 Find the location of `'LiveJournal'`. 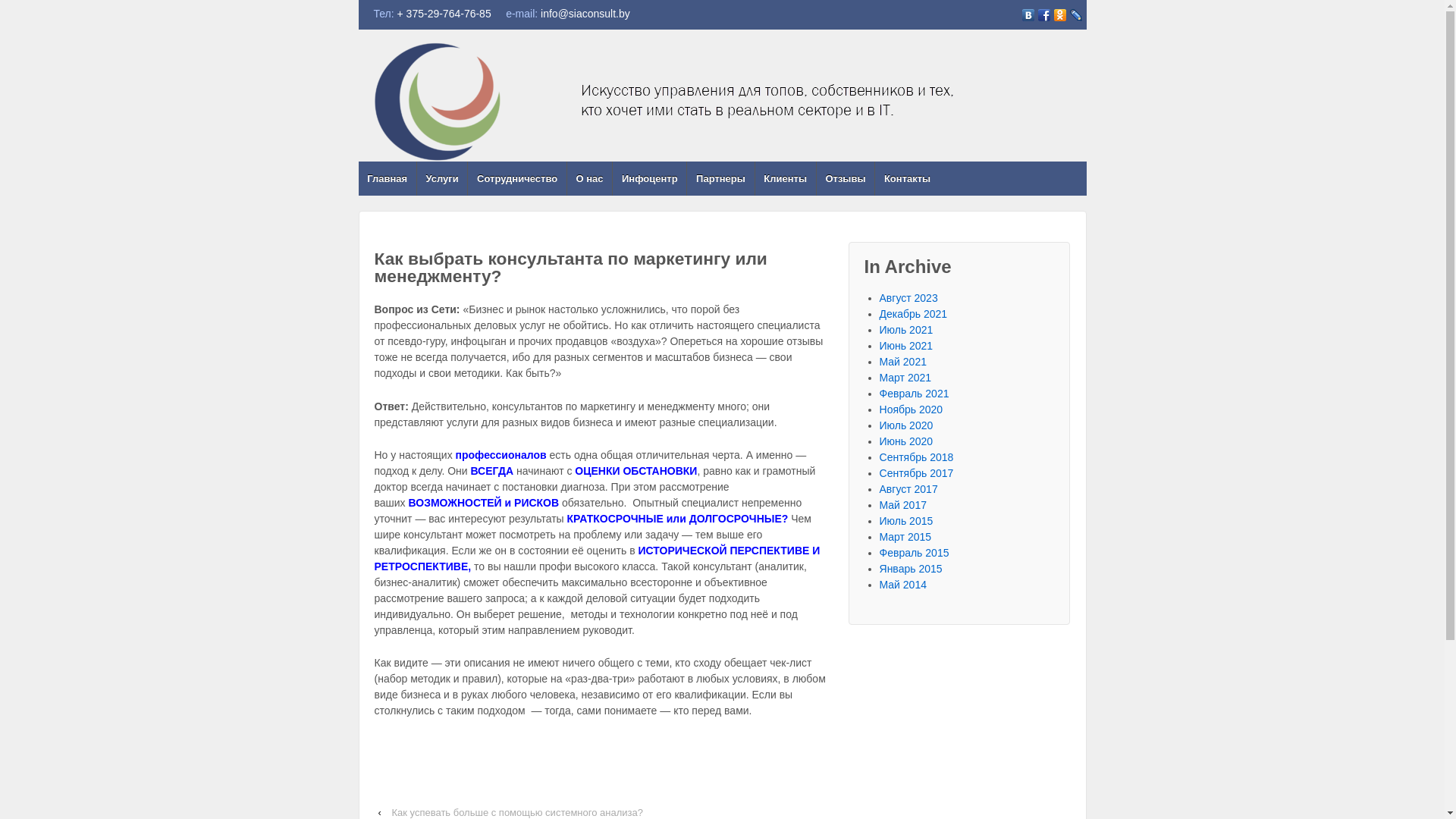

'LiveJournal' is located at coordinates (1075, 14).